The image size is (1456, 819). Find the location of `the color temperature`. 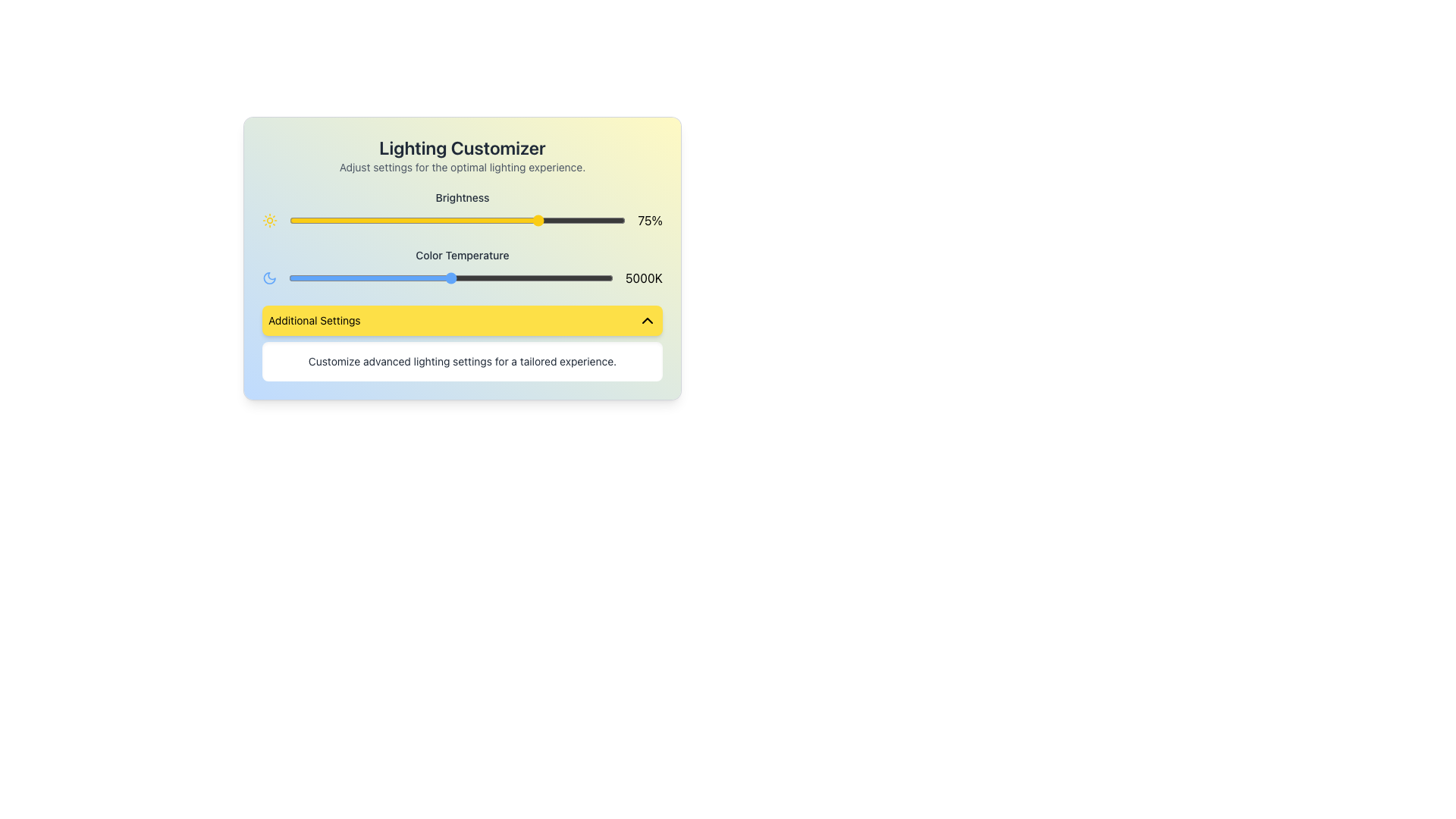

the color temperature is located at coordinates (453, 278).